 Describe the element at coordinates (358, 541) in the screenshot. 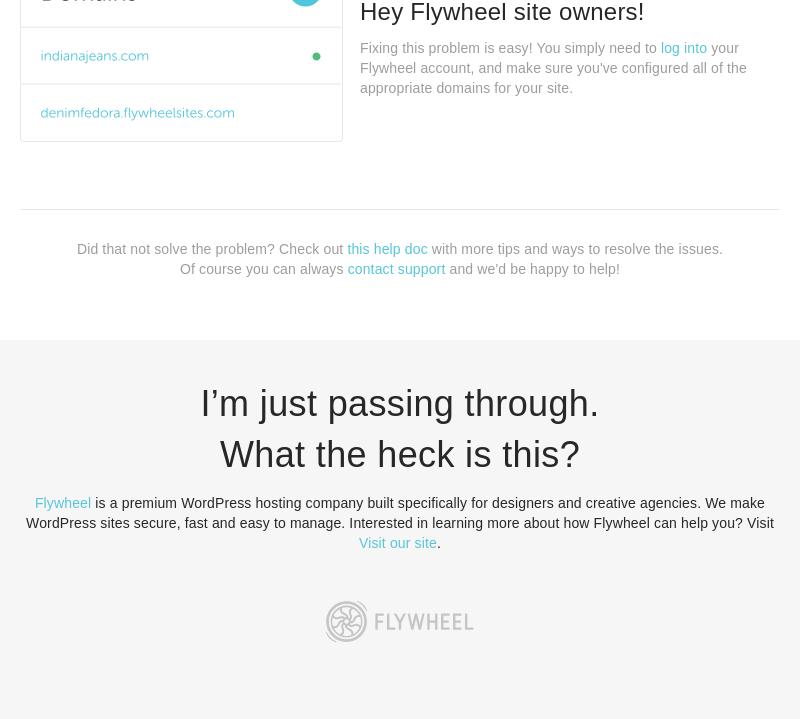

I see `'Visit our site'` at that location.